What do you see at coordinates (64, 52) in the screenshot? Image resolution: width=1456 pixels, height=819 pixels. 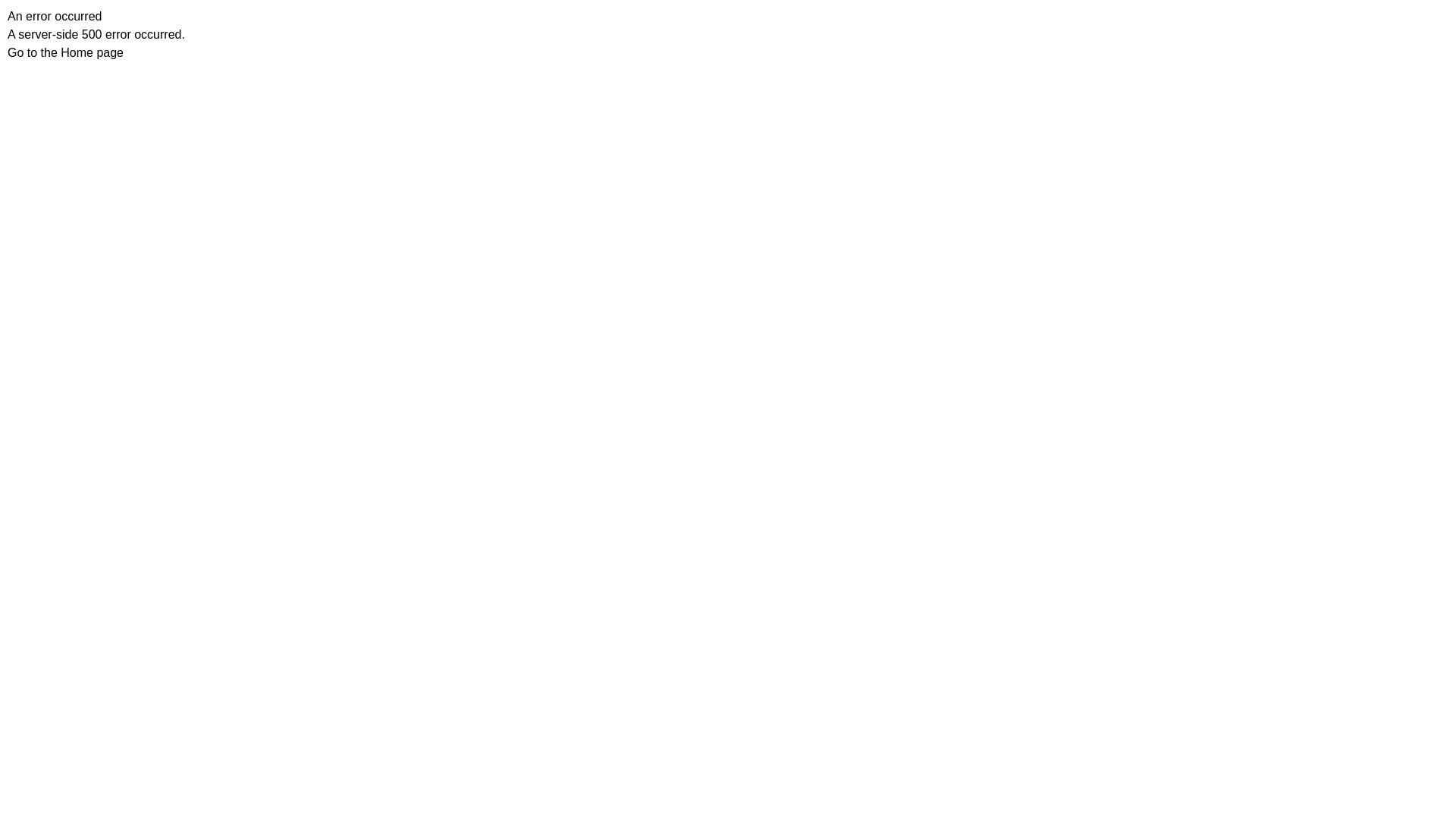 I see `'Go to the Home page'` at bounding box center [64, 52].